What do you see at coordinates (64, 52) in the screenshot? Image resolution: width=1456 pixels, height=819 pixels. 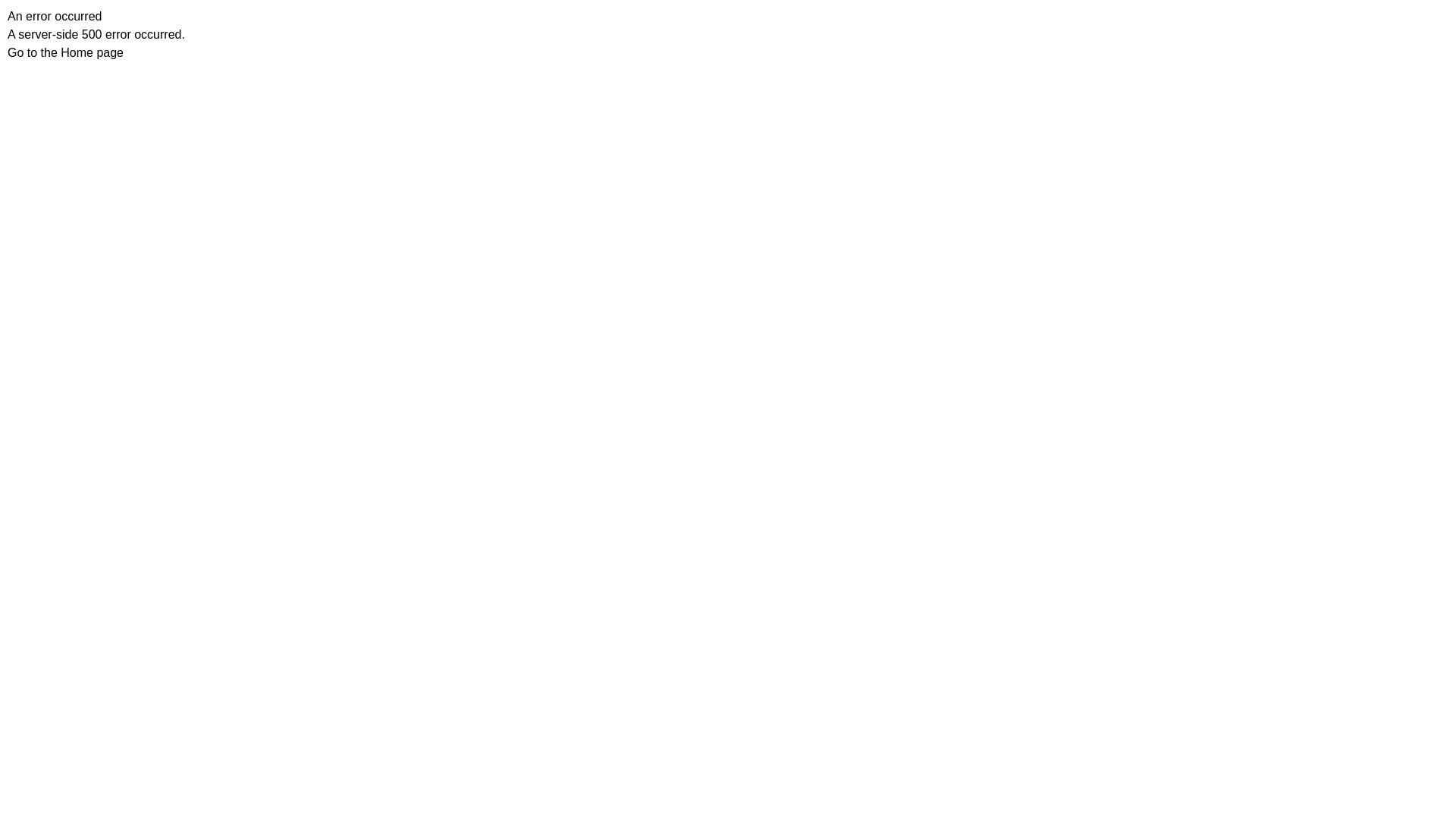 I see `'Go to the Home page'` at bounding box center [64, 52].